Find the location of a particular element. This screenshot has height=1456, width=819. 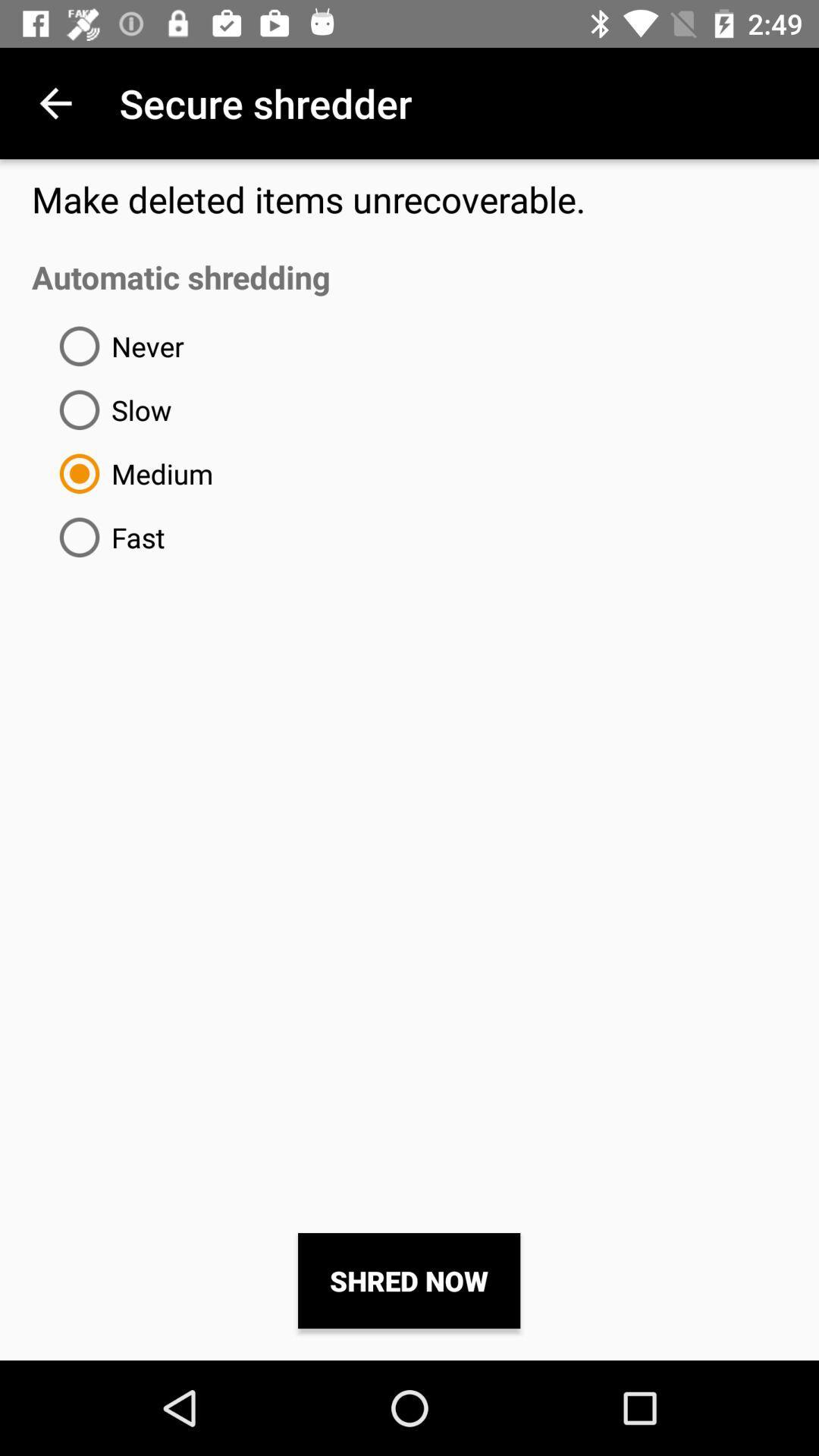

item below automatic shredding icon is located at coordinates (408, 1280).